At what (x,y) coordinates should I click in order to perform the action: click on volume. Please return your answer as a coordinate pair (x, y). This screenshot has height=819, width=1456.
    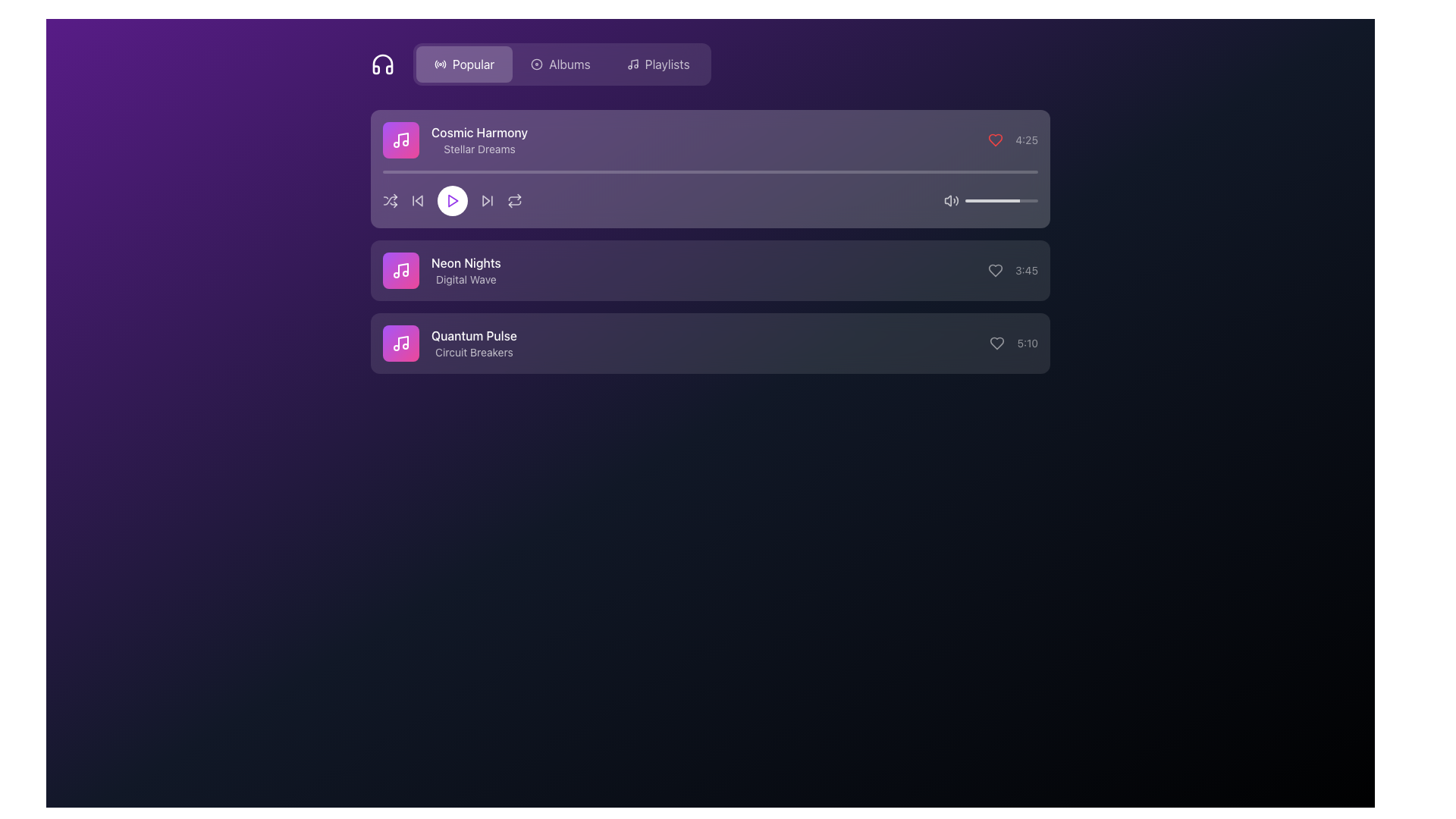
    Looking at the image, I should click on (985, 200).